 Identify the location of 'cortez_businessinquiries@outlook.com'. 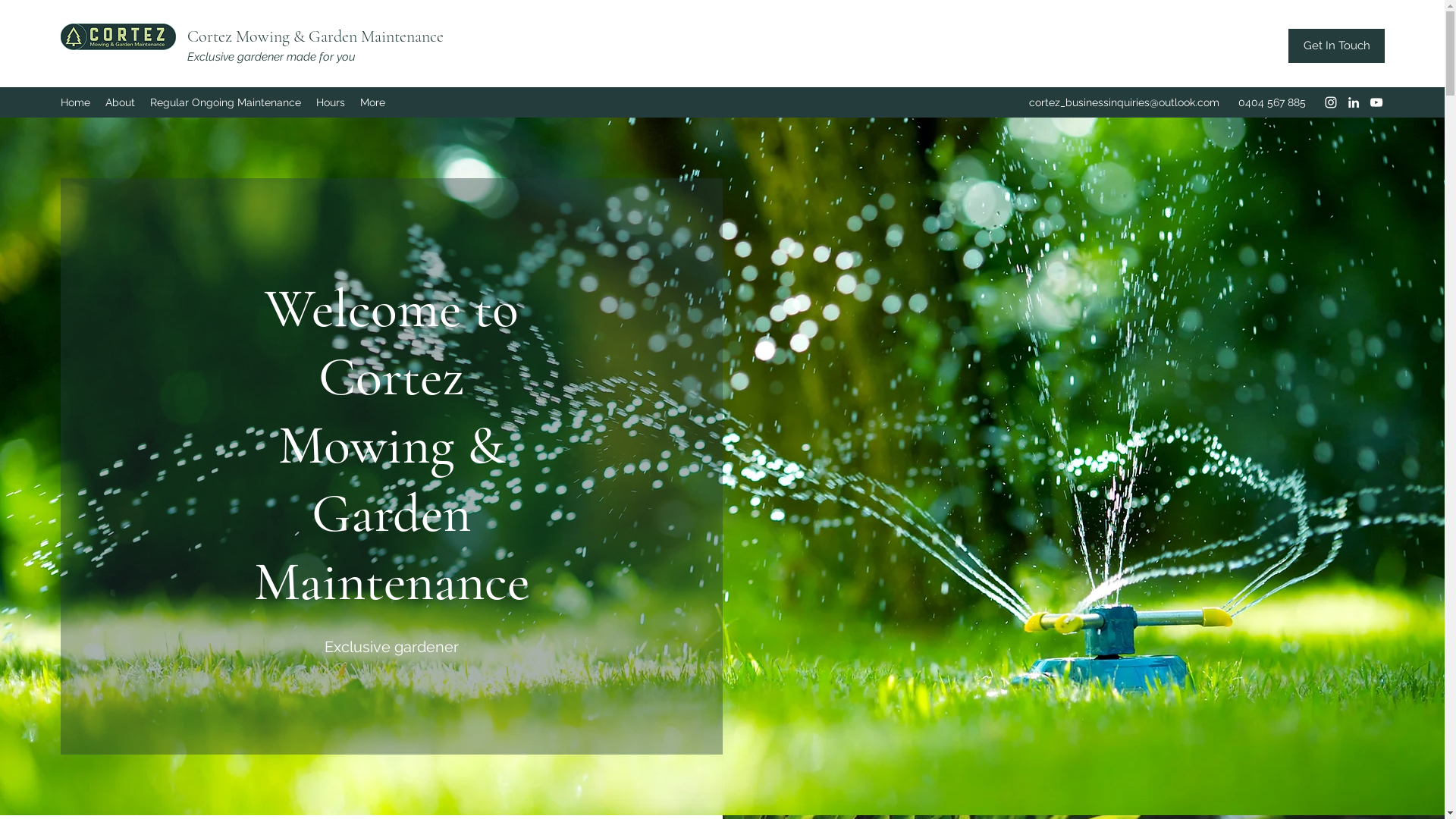
(1124, 102).